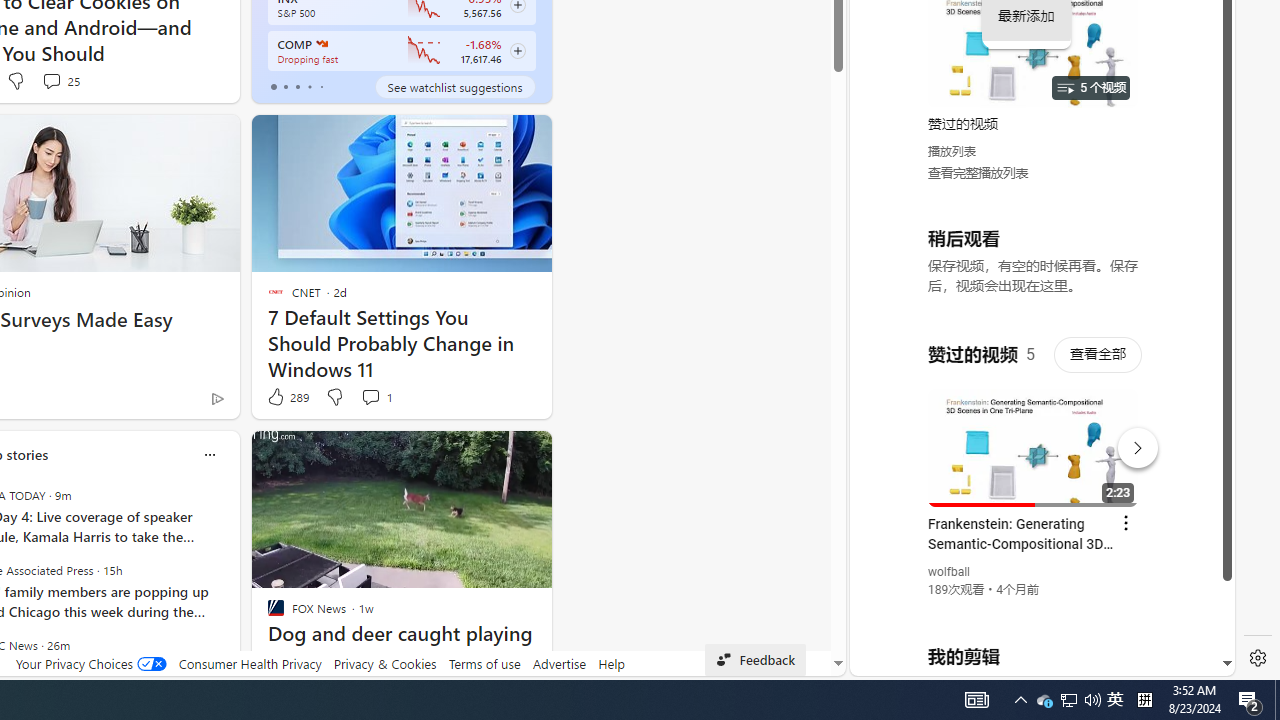 The width and height of the screenshot is (1280, 720). Describe the element at coordinates (60, 80) in the screenshot. I see `'View comments 25 Comment'` at that location.